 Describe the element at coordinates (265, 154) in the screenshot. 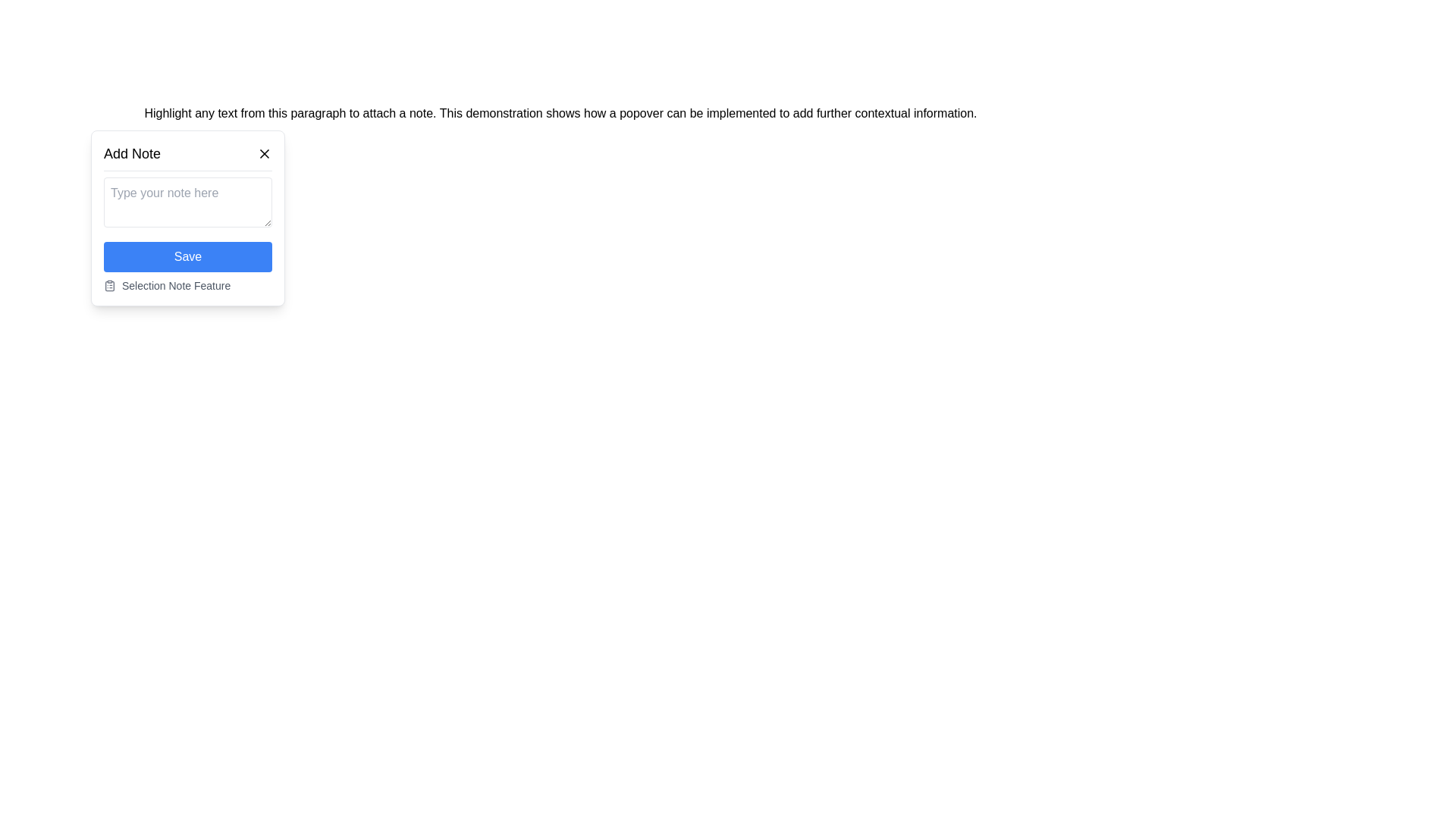

I see `the close button, represented by an 'X' icon, located at the right end of the header section of the 'Add Note' popup` at that location.